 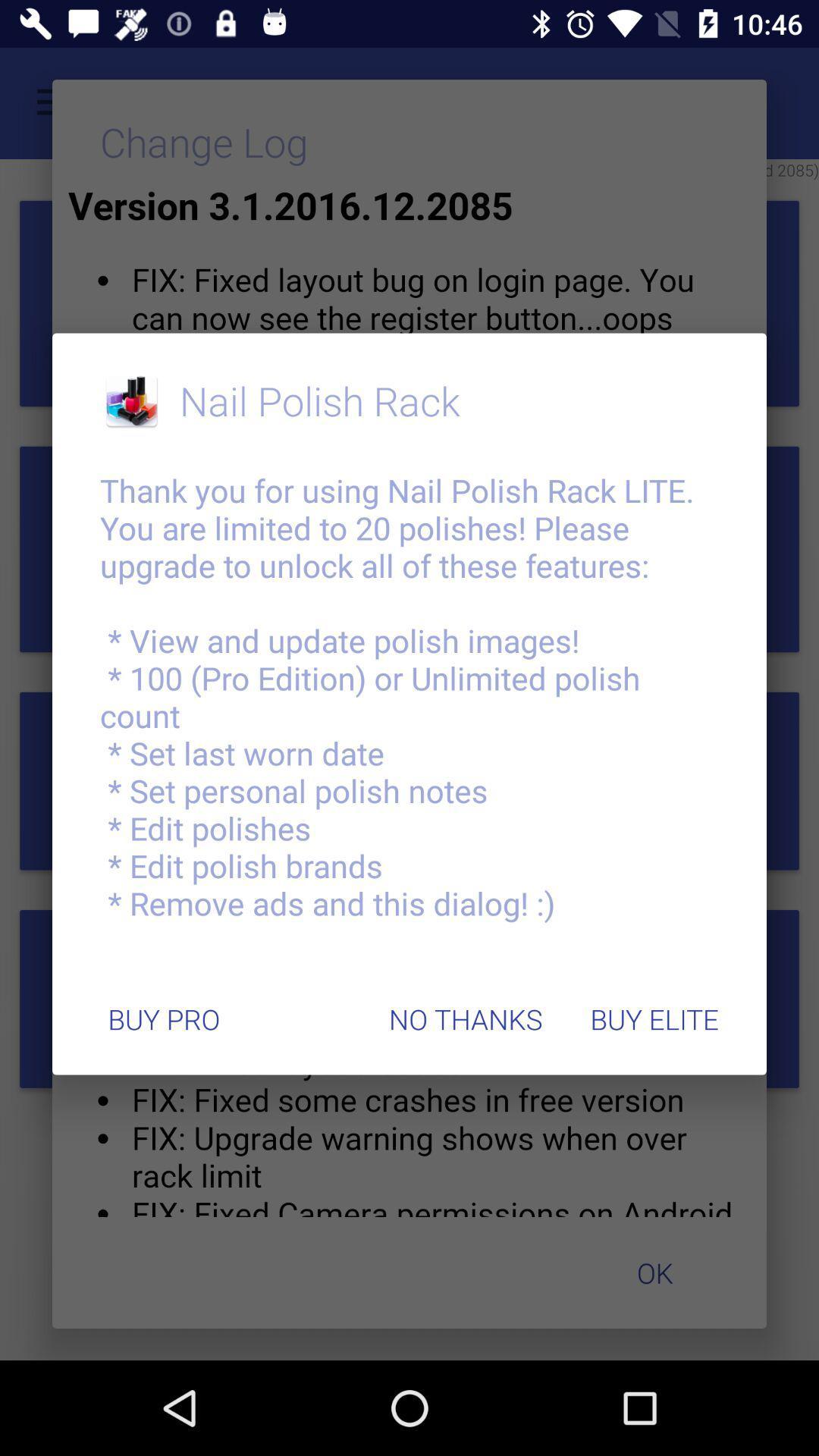 What do you see at coordinates (164, 1019) in the screenshot?
I see `buy pro` at bounding box center [164, 1019].